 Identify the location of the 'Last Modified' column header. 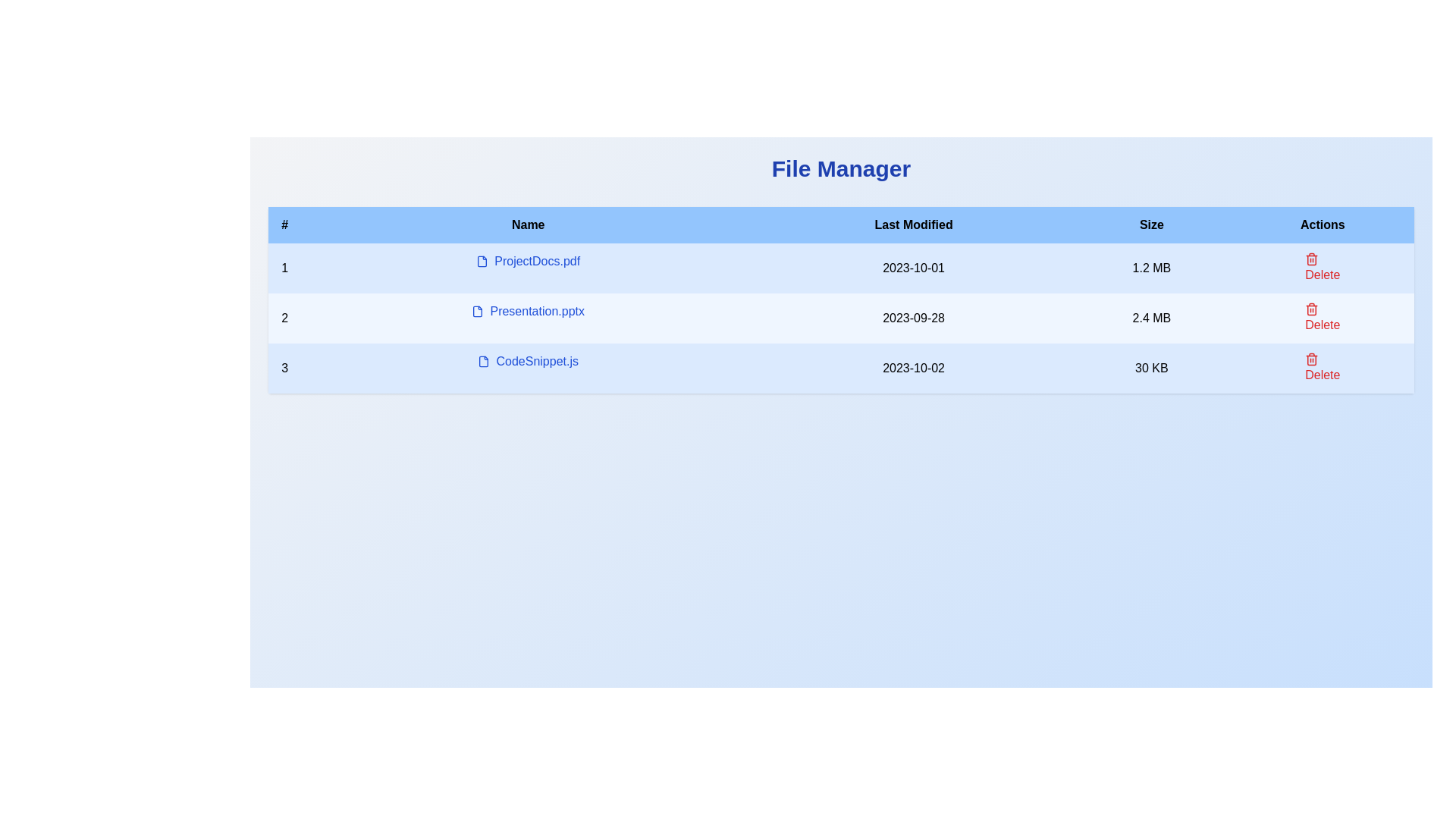
(913, 225).